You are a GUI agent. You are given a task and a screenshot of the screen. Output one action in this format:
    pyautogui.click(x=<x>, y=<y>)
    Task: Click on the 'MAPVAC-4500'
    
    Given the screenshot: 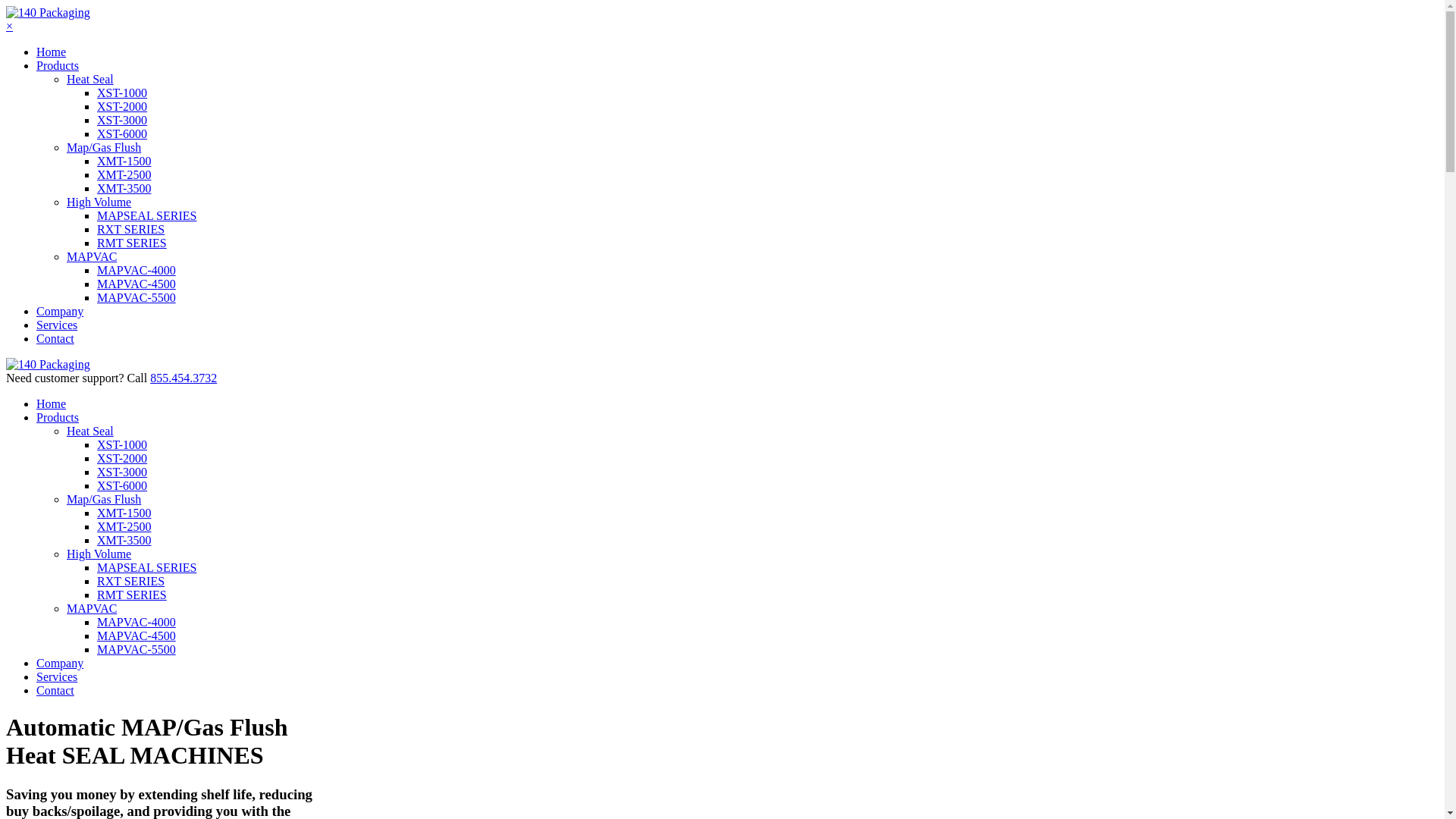 What is the action you would take?
    pyautogui.click(x=136, y=284)
    